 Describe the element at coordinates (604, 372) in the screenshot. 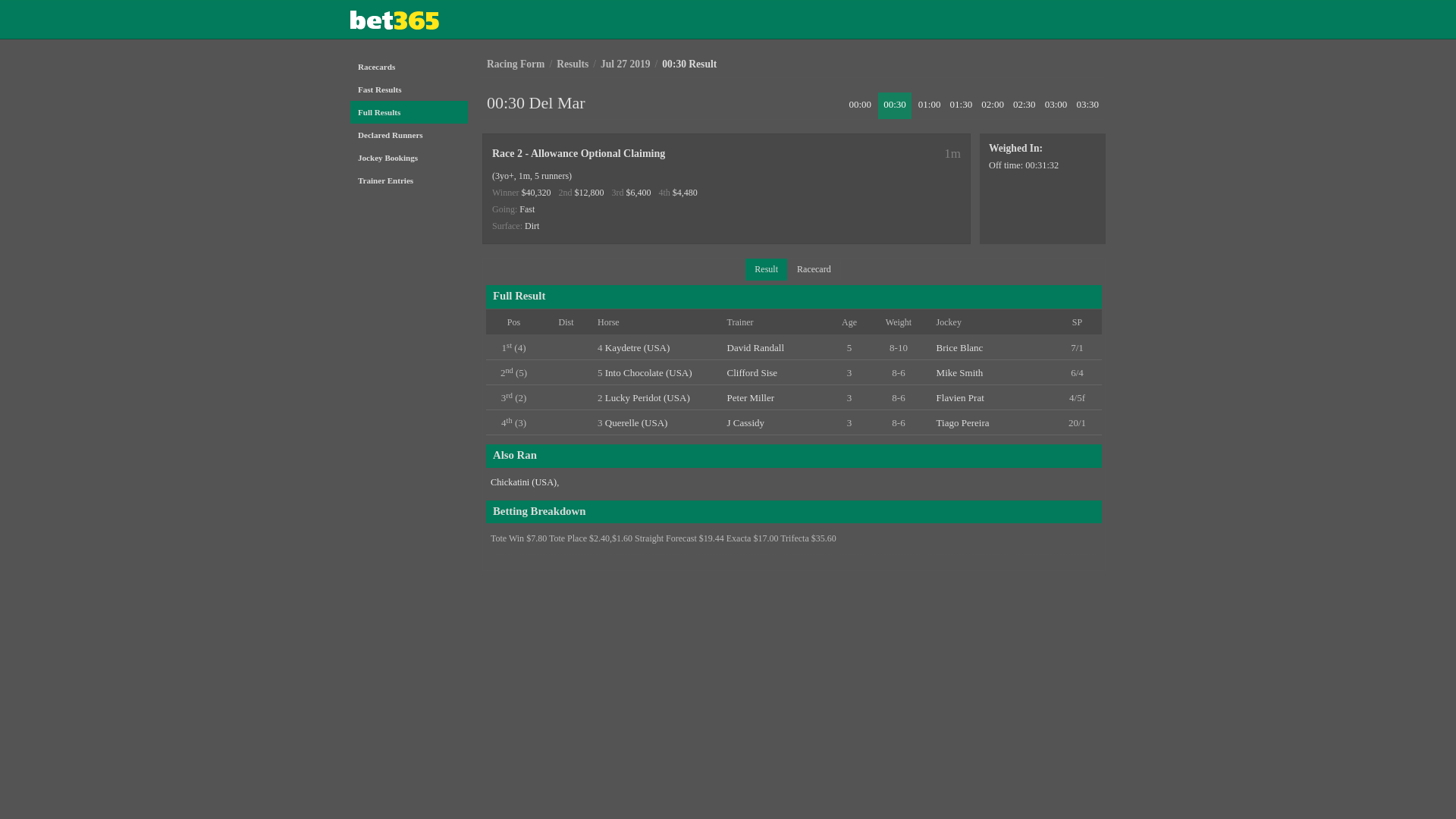

I see `'Into Chocolate (USA)'` at that location.